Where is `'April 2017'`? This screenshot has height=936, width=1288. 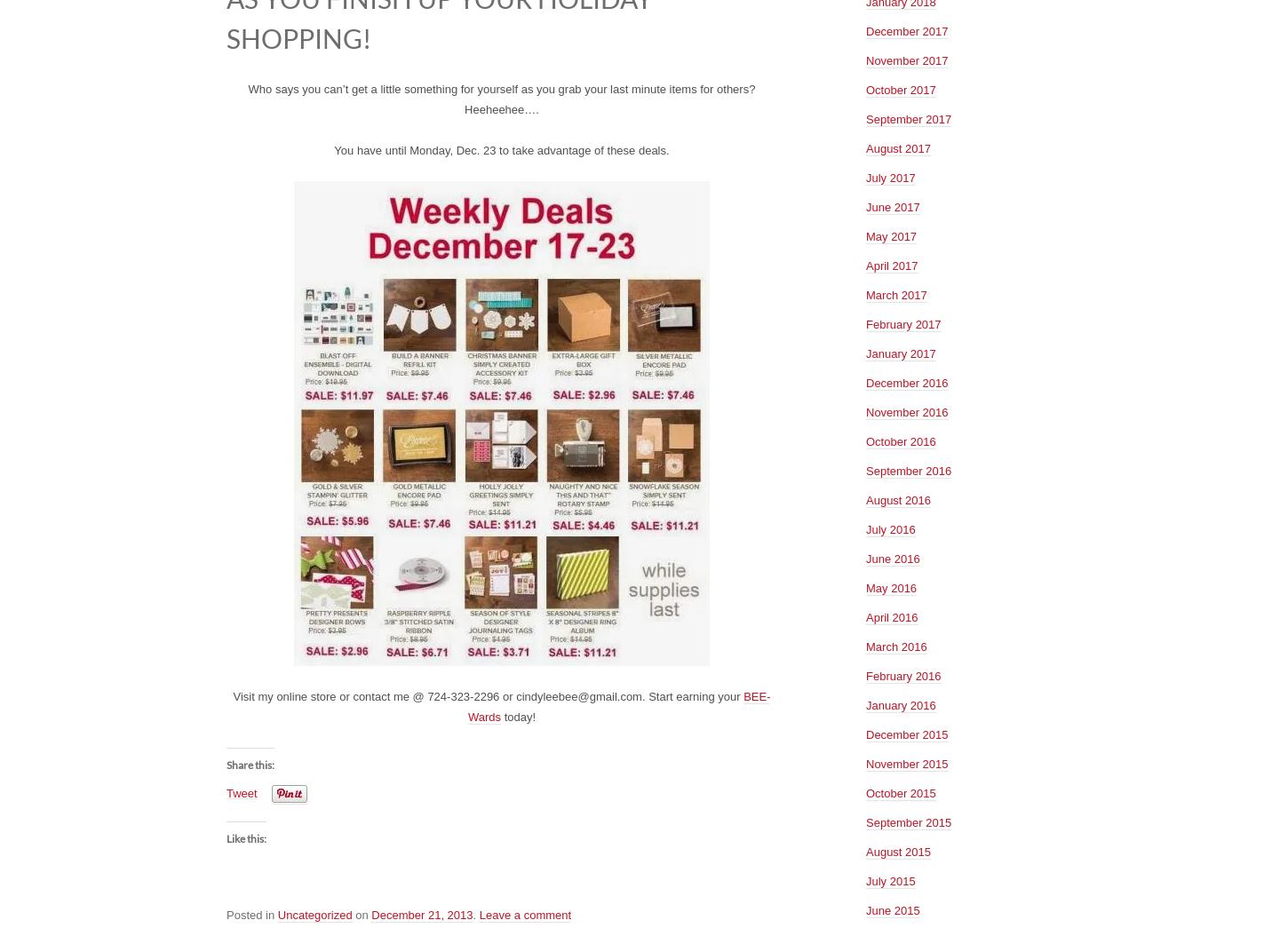
'April 2017' is located at coordinates (891, 264).